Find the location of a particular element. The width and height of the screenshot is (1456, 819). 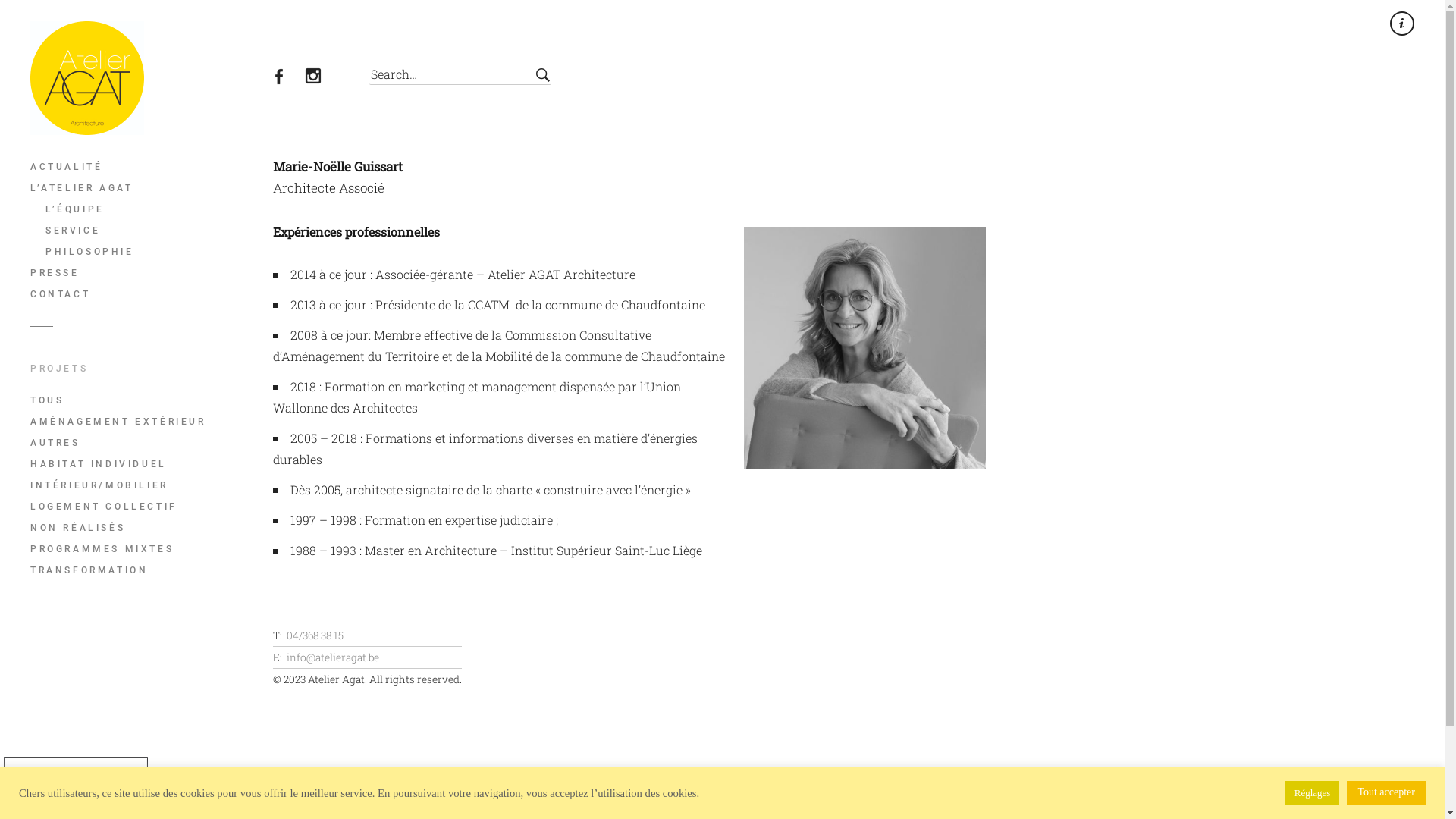

'FaceBook' is located at coordinates (287, 78).